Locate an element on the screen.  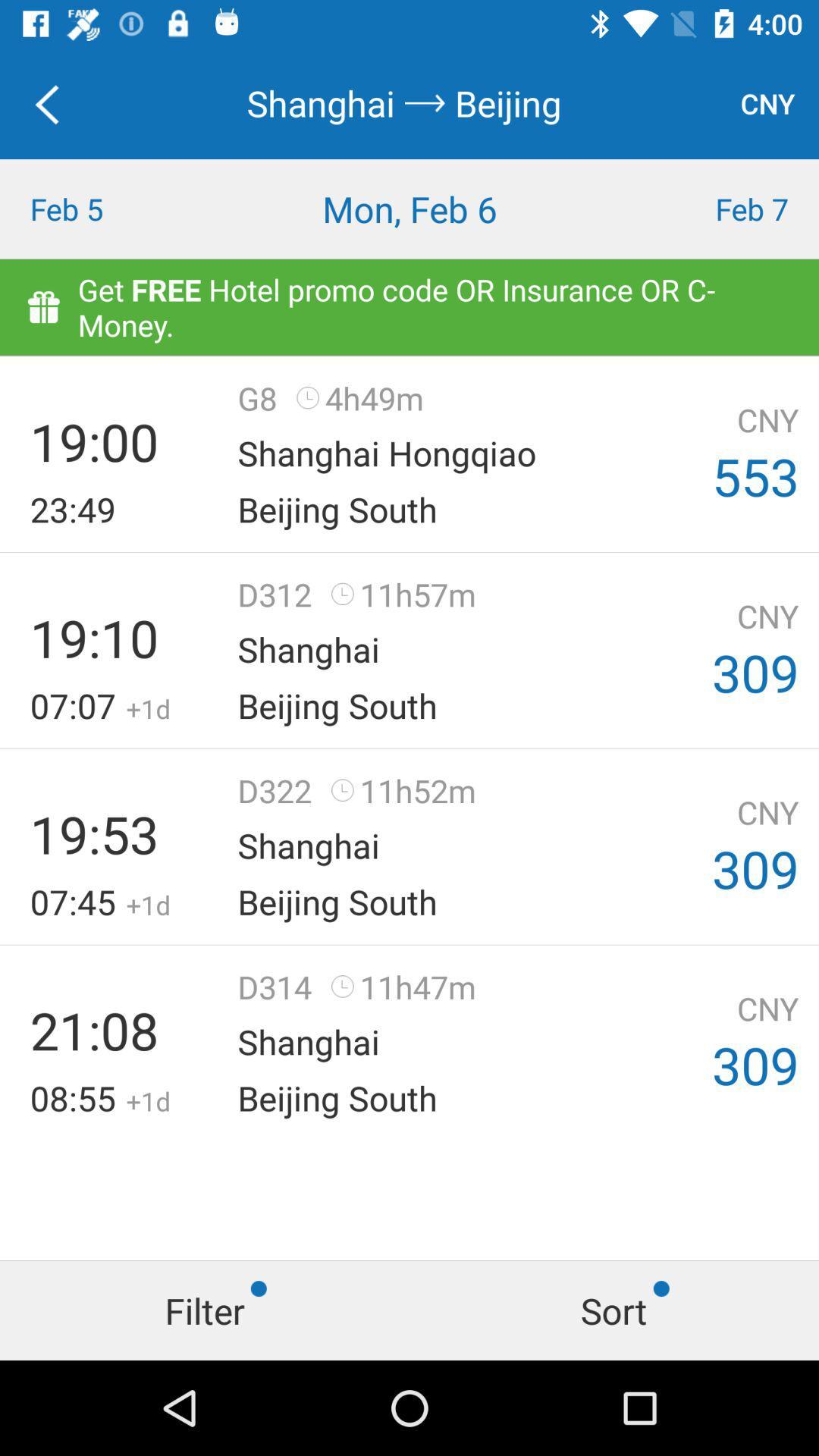
the icon to the right of the feb 5 is located at coordinates (409, 208).